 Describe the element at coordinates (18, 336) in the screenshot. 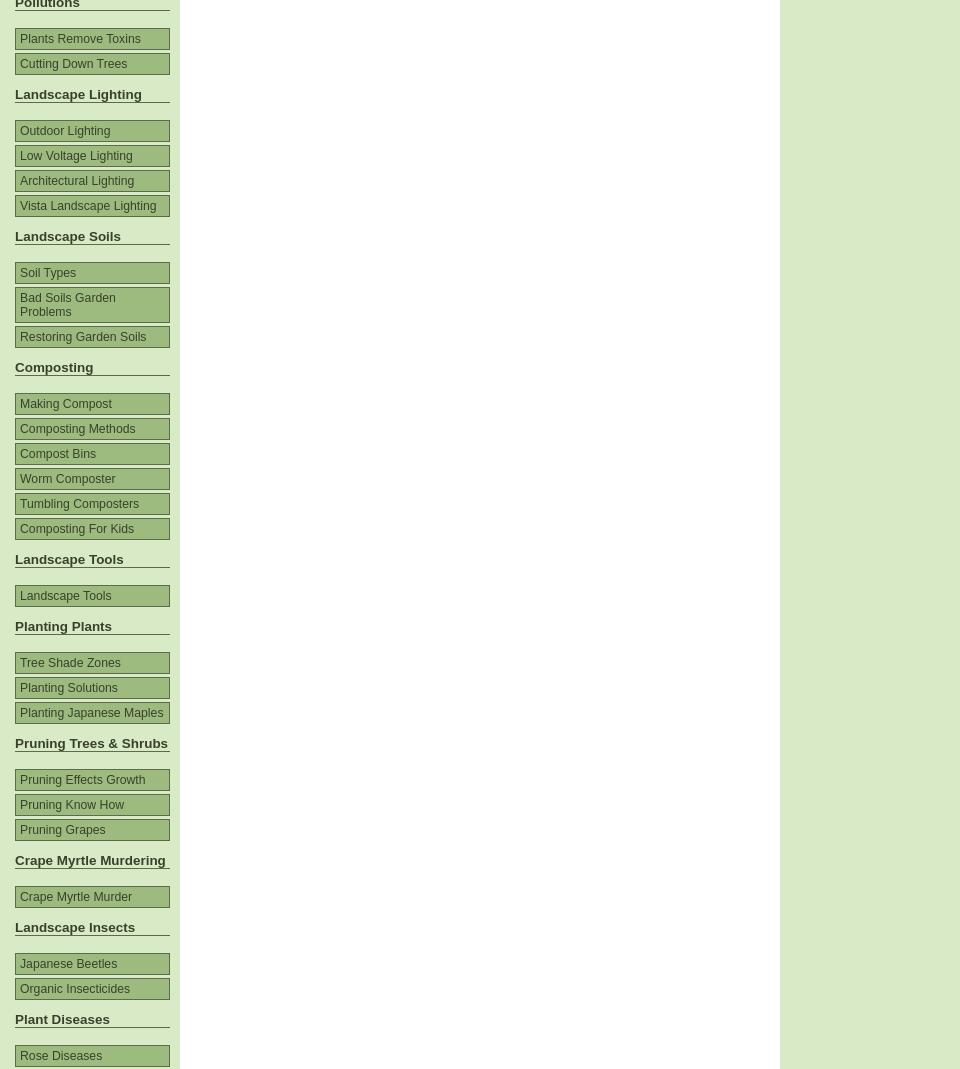

I see `'Restoring Garden Soils'` at that location.